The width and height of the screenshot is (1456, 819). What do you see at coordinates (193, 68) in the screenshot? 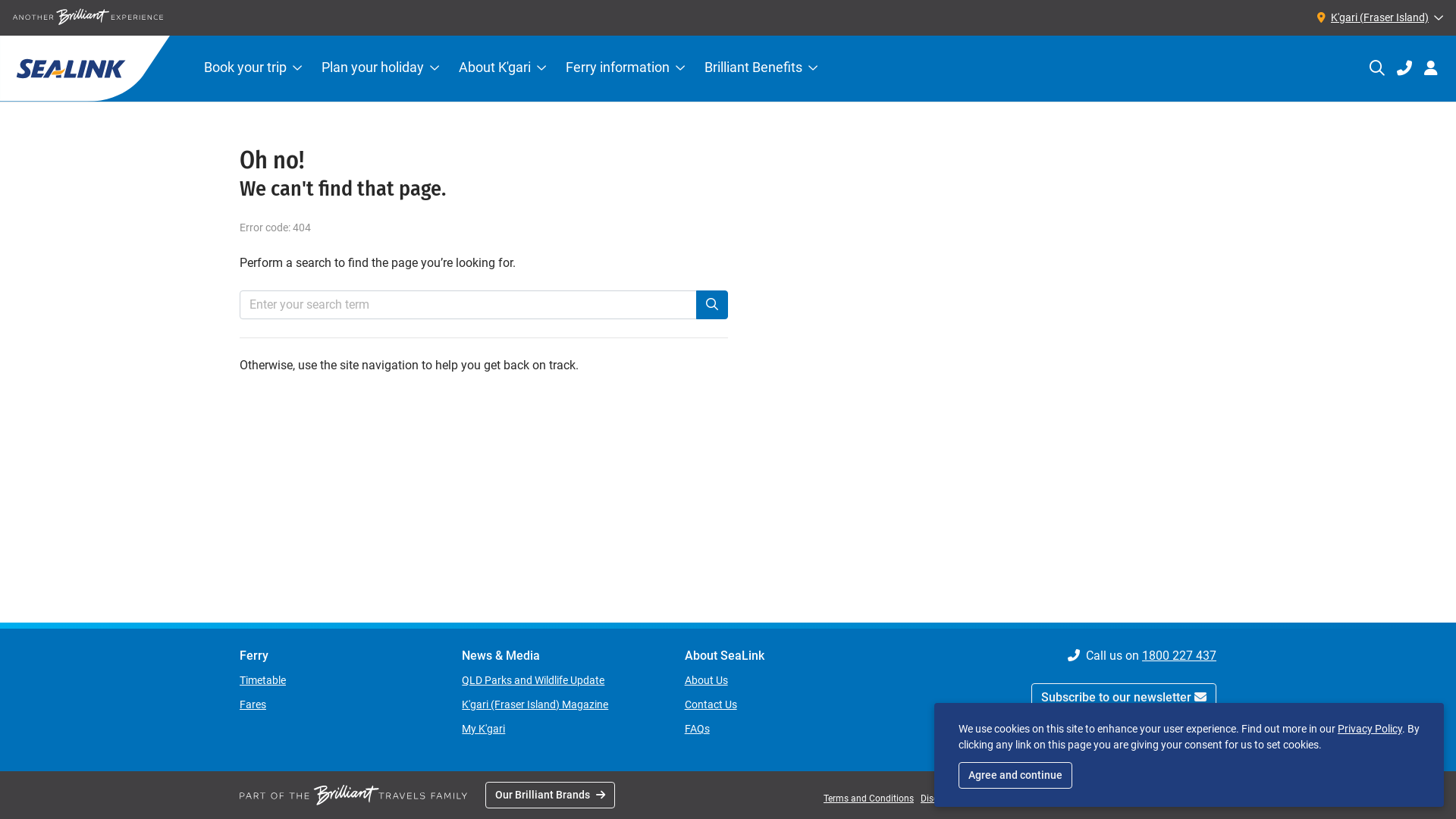
I see `'Book your trip'` at bounding box center [193, 68].